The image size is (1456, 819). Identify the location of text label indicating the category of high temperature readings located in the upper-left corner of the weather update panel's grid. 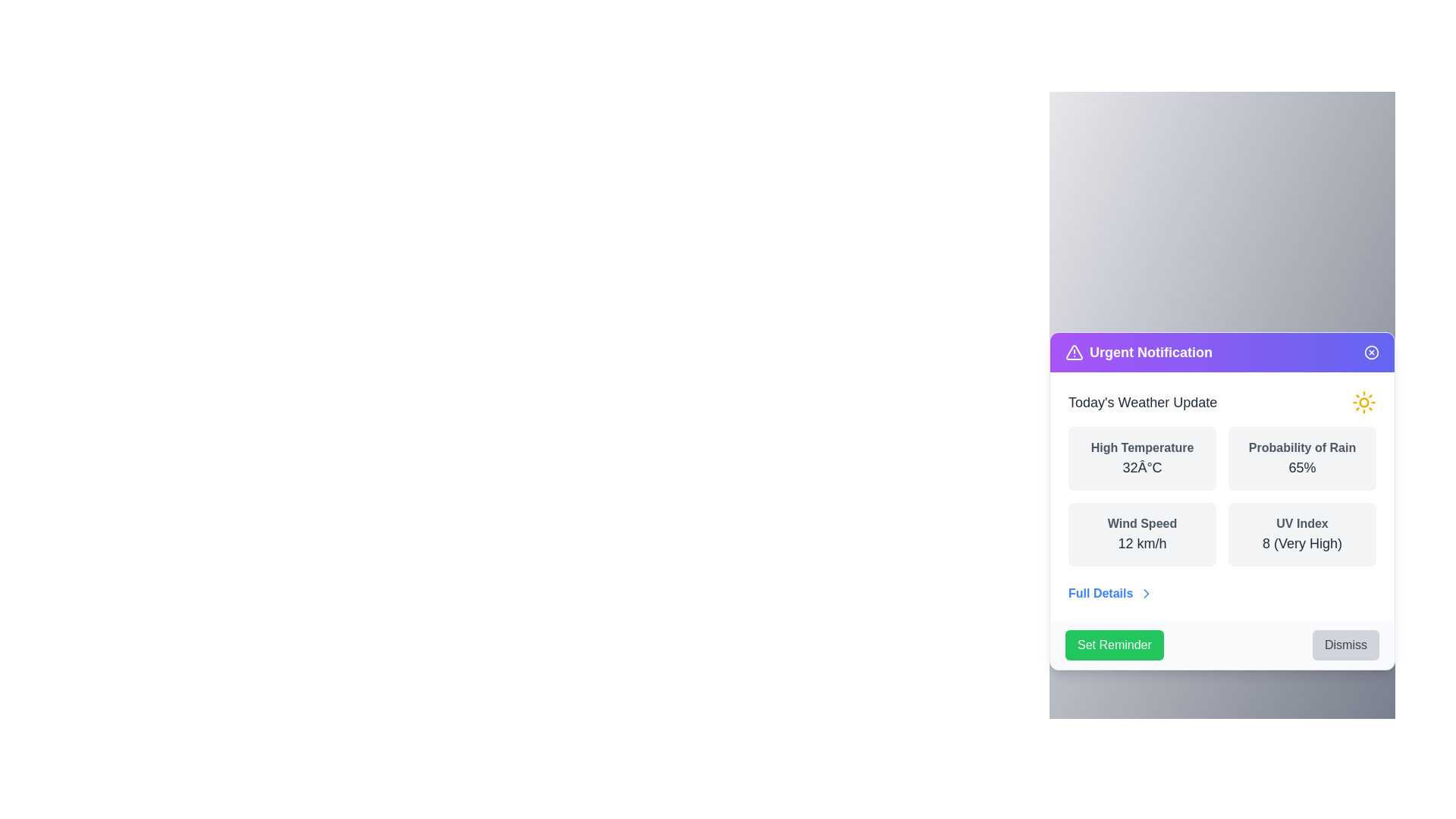
(1142, 447).